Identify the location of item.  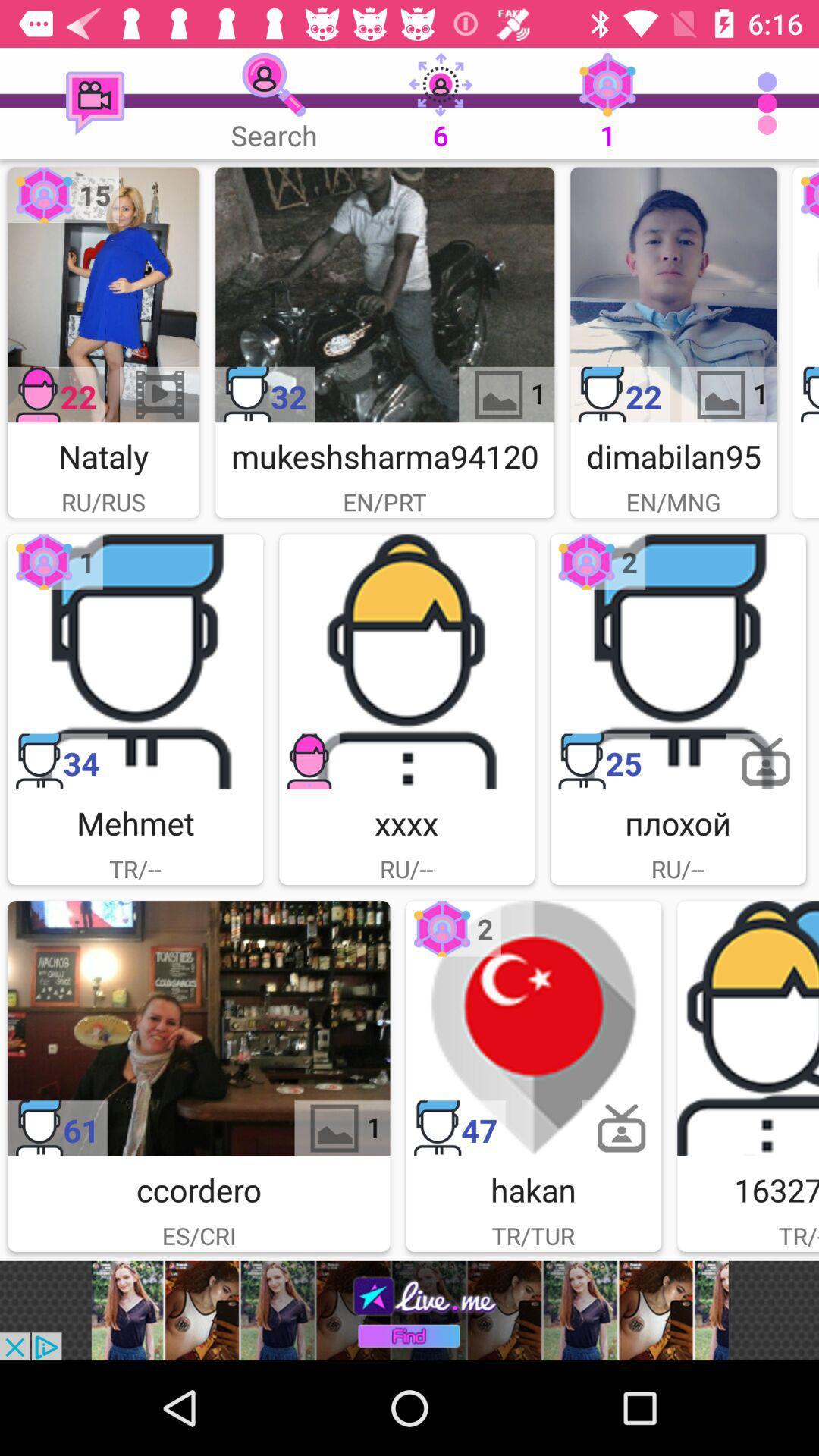
(134, 661).